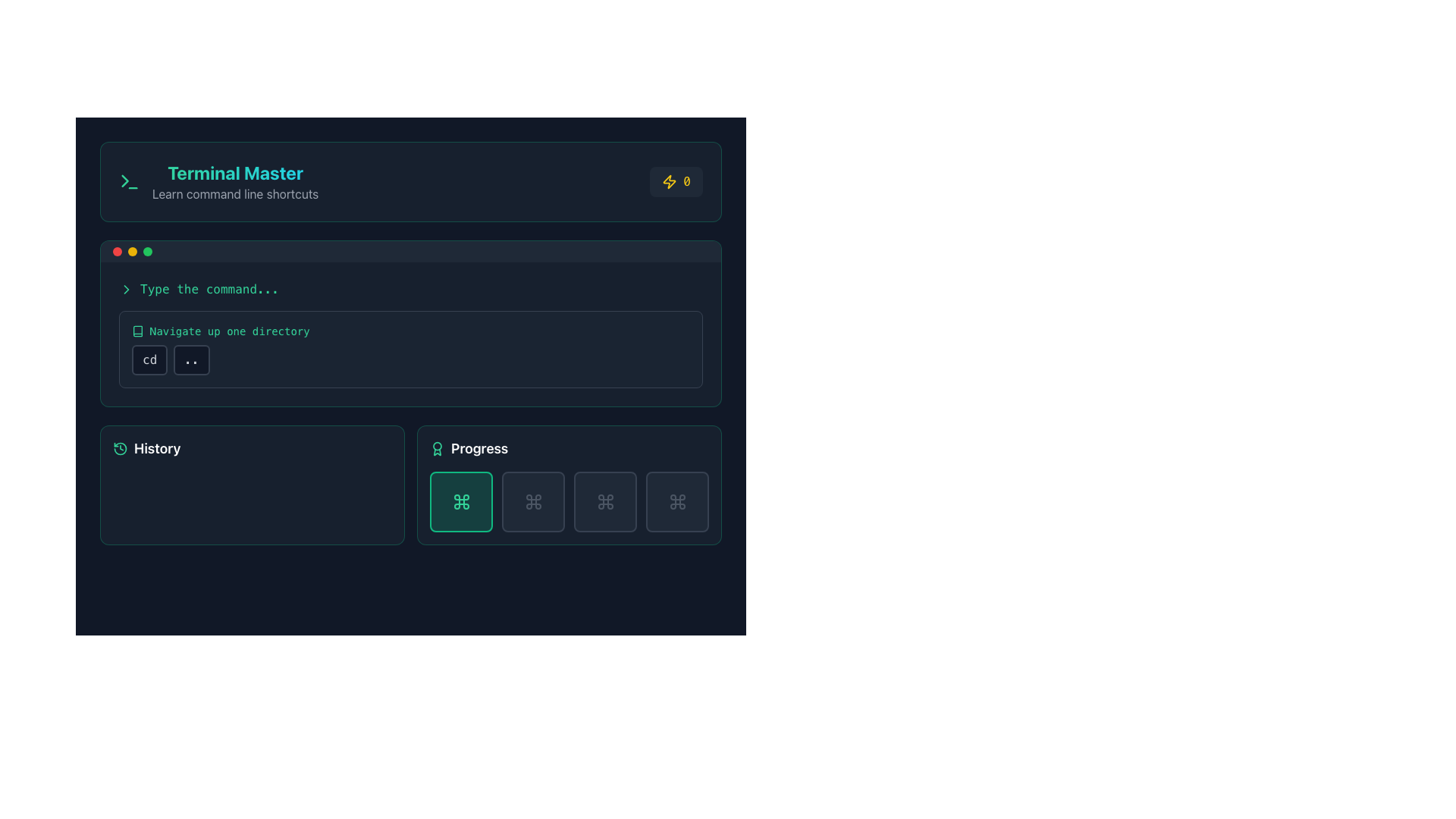 This screenshot has height=819, width=1456. What do you see at coordinates (460, 502) in the screenshot?
I see `the button representing a progress-related feature located within the 'Progress' section` at bounding box center [460, 502].